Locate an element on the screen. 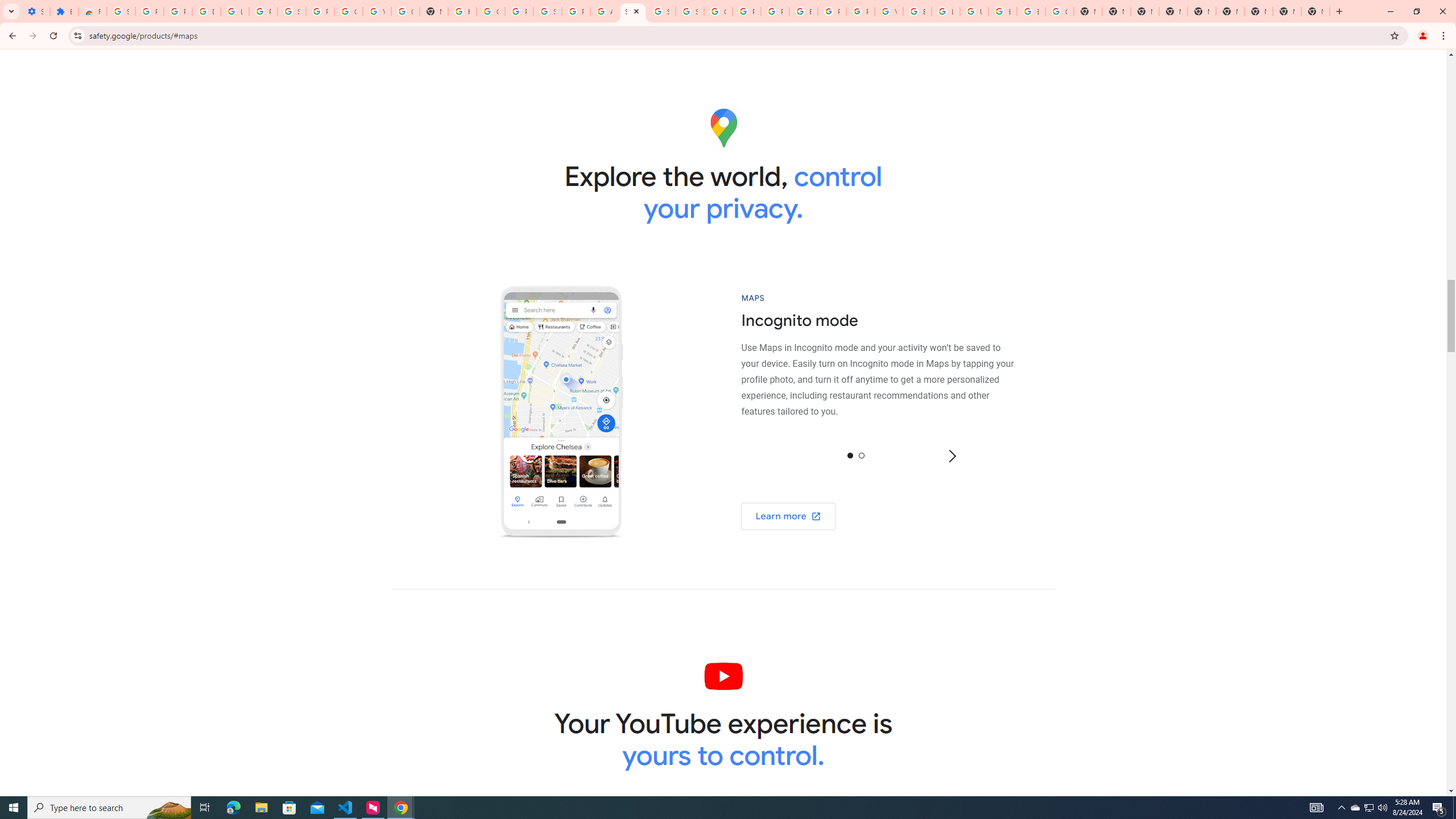  'YouTube' is located at coordinates (888, 11).